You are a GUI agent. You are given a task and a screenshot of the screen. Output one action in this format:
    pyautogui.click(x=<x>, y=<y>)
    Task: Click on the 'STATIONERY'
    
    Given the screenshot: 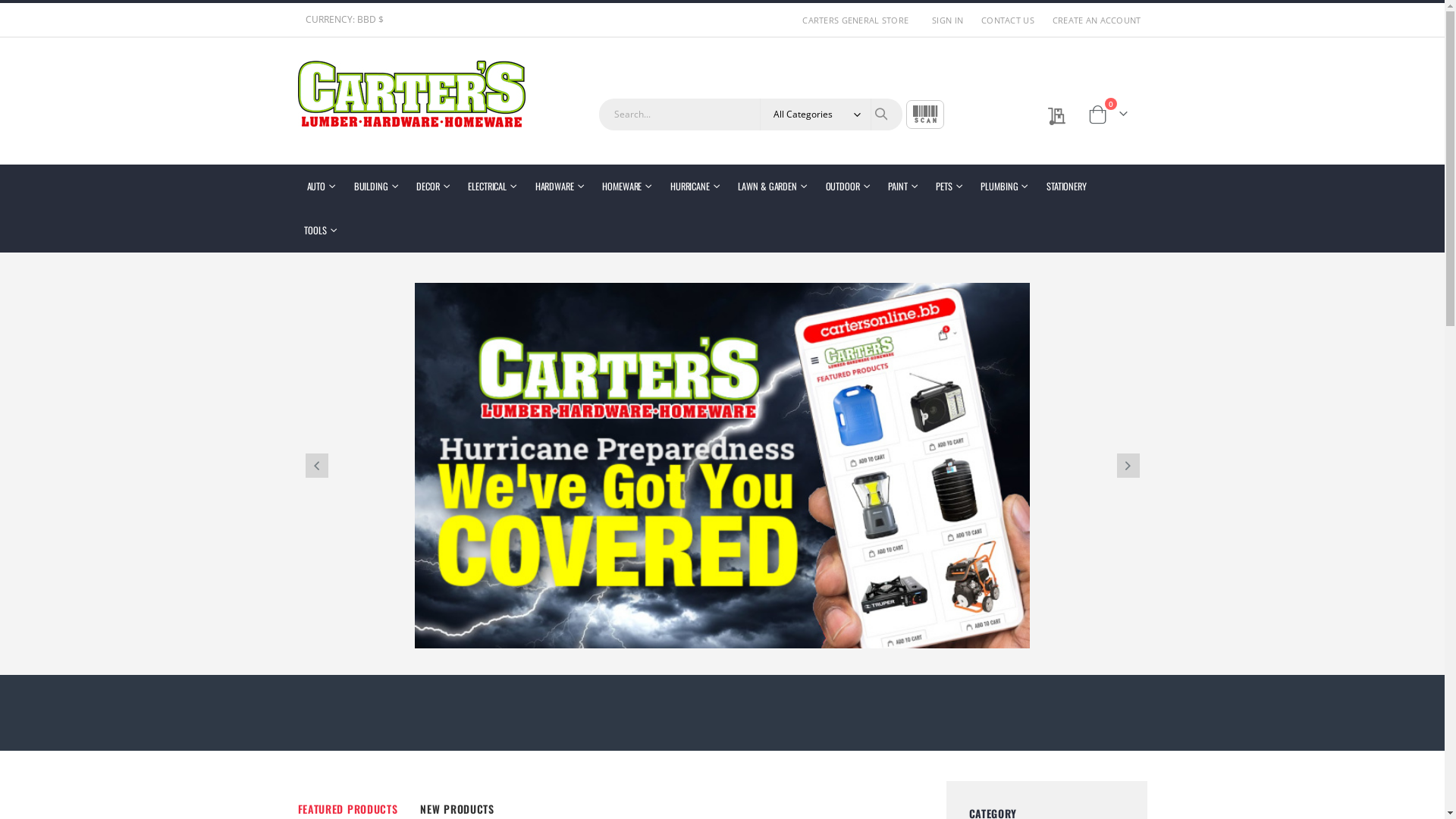 What is the action you would take?
    pyautogui.click(x=1065, y=186)
    